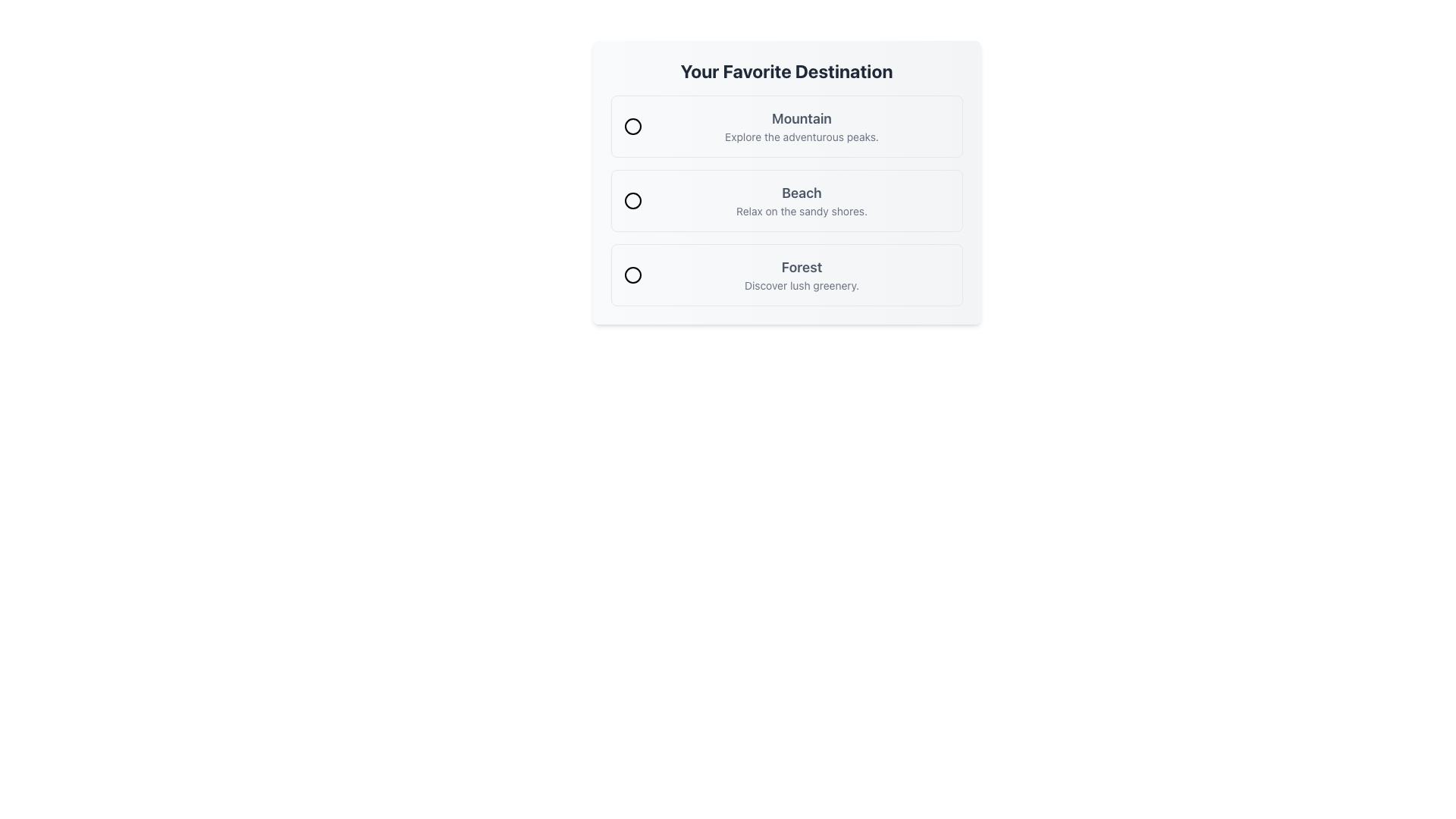 Image resolution: width=1456 pixels, height=819 pixels. What do you see at coordinates (801, 137) in the screenshot?
I see `text label that displays 'Explore the adventurous peaks.' located below the title 'Mountain' in the first option group of a selectable list` at bounding box center [801, 137].